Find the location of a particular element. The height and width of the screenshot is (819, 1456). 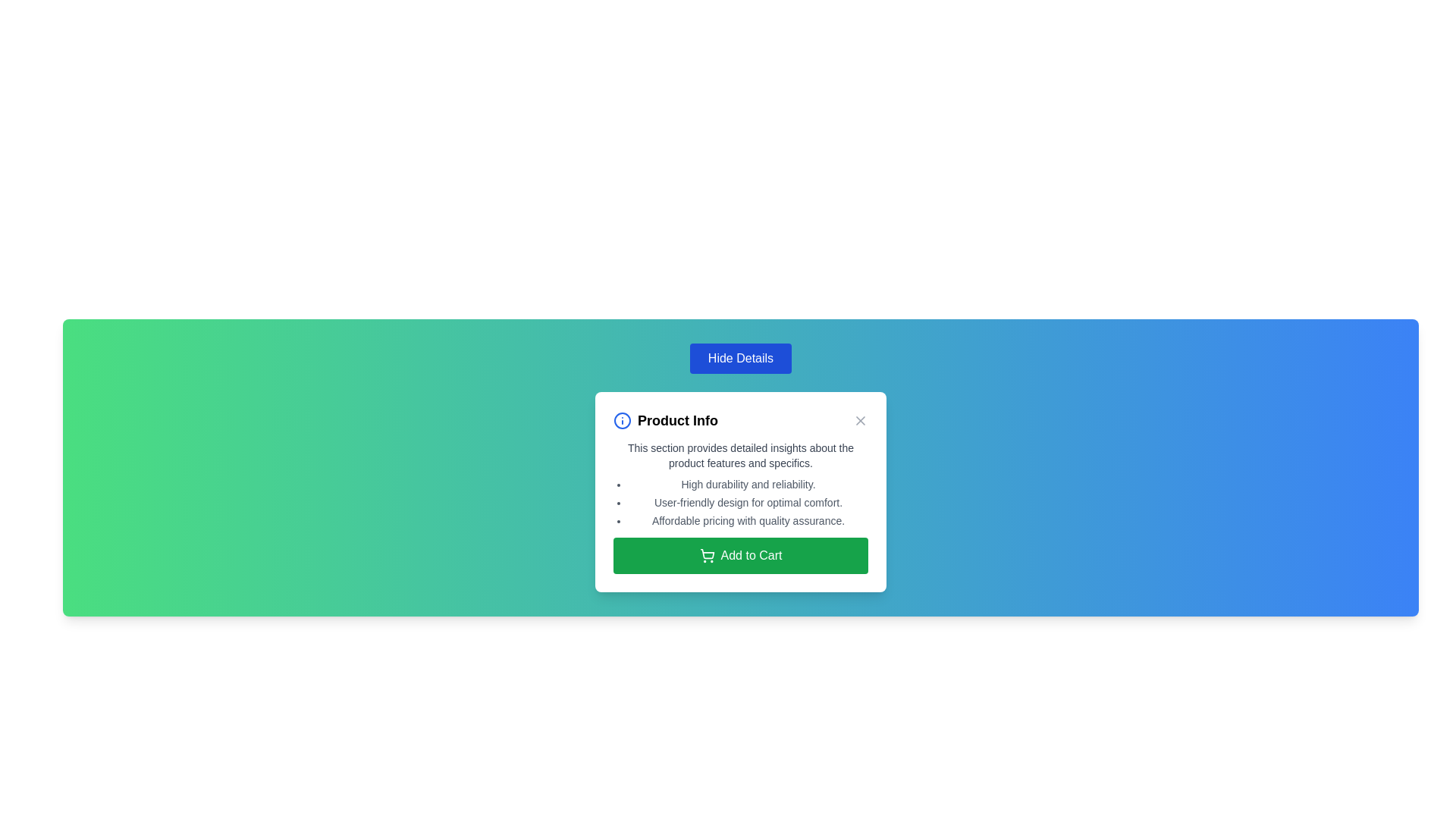

static informational text header element located at the top-left corner of the pop-up, which labels the information section below is located at coordinates (666, 421).